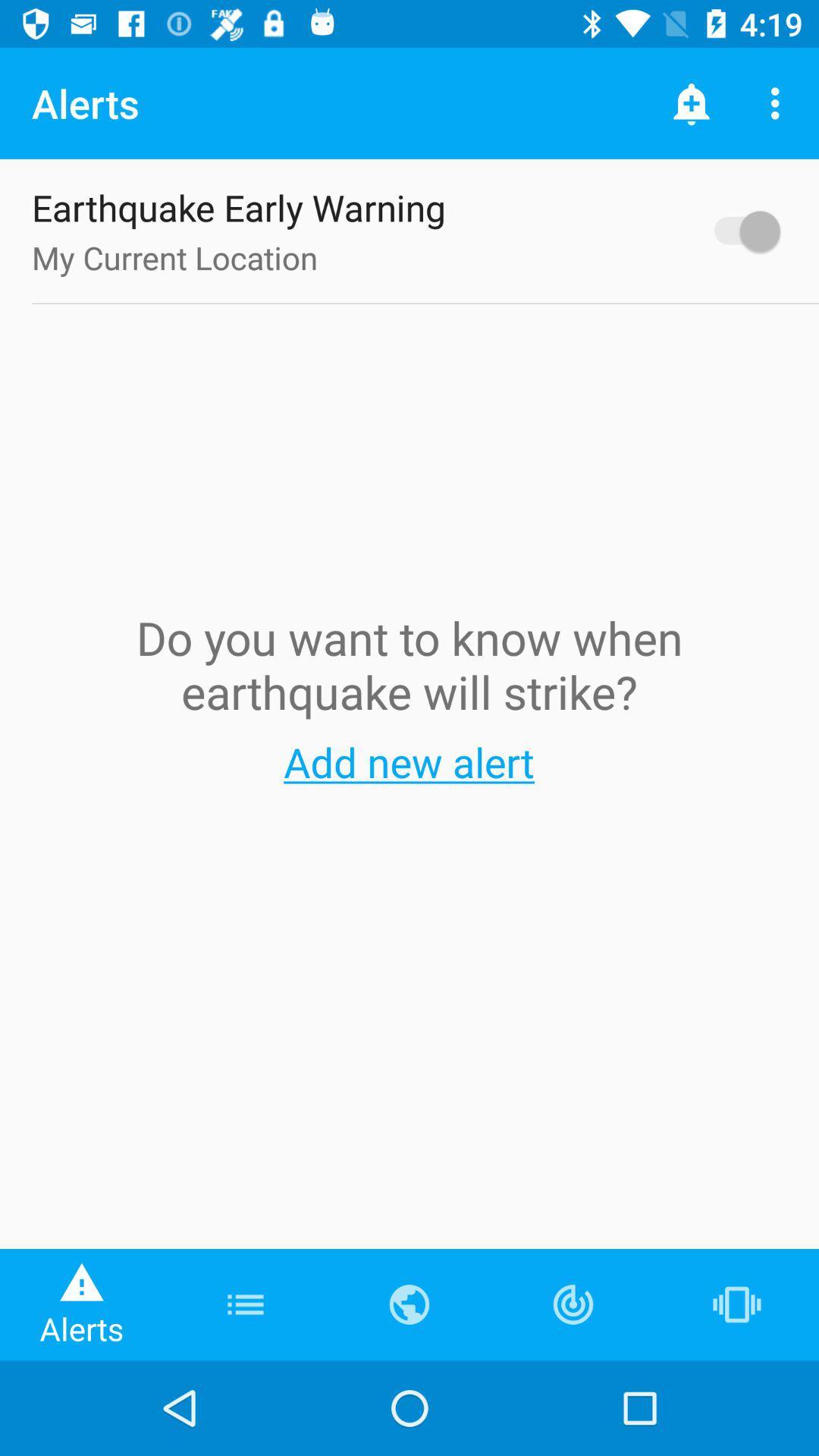 This screenshot has height=1456, width=819. Describe the element at coordinates (739, 230) in the screenshot. I see `the icon next to the earthquake early warning` at that location.